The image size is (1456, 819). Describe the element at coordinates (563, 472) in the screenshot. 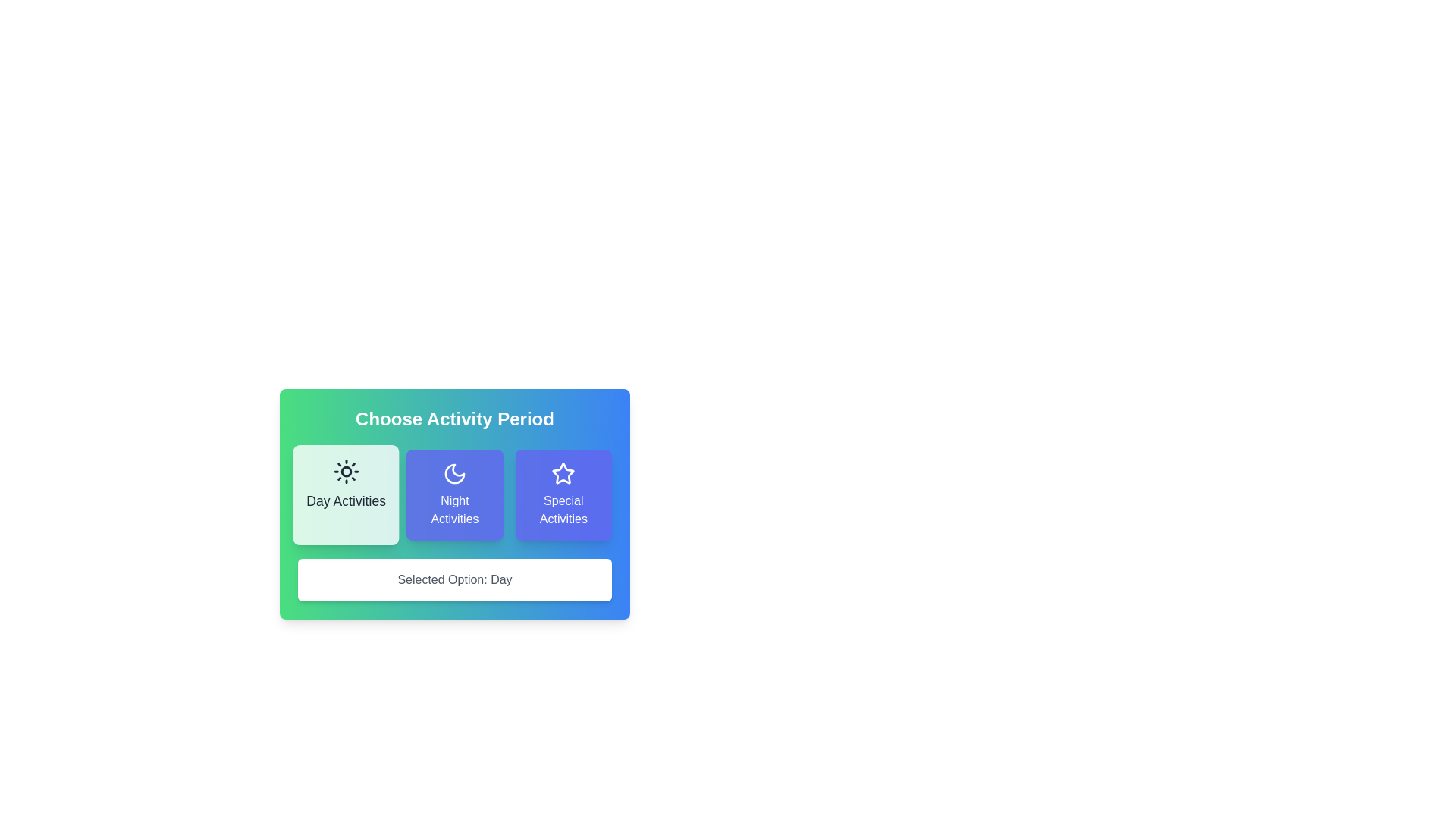

I see `the star-shaped icon with a blue background and light blue outline located within the 'Special Activities' option in the interface` at that location.